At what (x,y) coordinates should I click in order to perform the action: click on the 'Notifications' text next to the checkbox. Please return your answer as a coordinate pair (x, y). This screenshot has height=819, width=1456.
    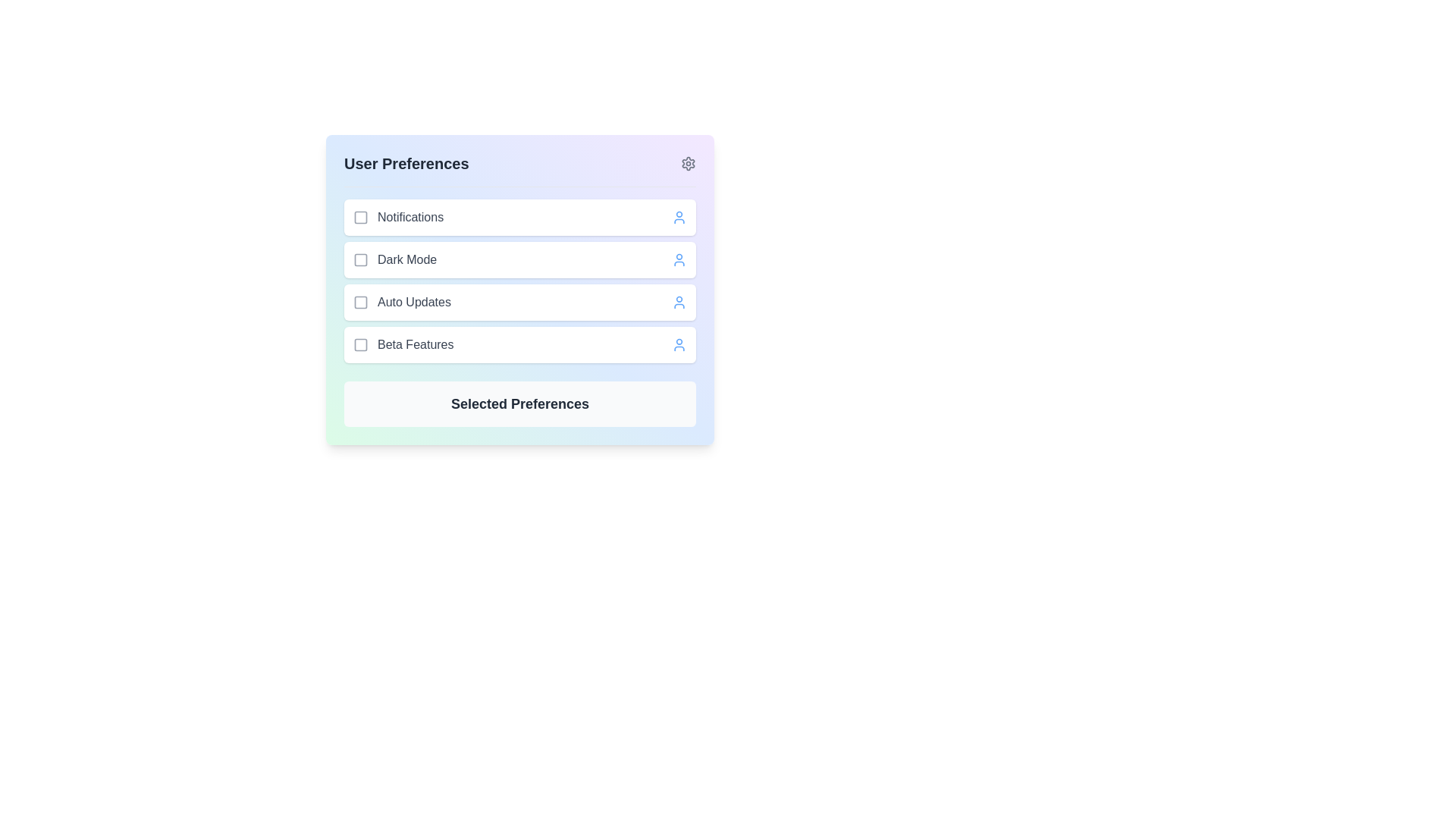
    Looking at the image, I should click on (398, 217).